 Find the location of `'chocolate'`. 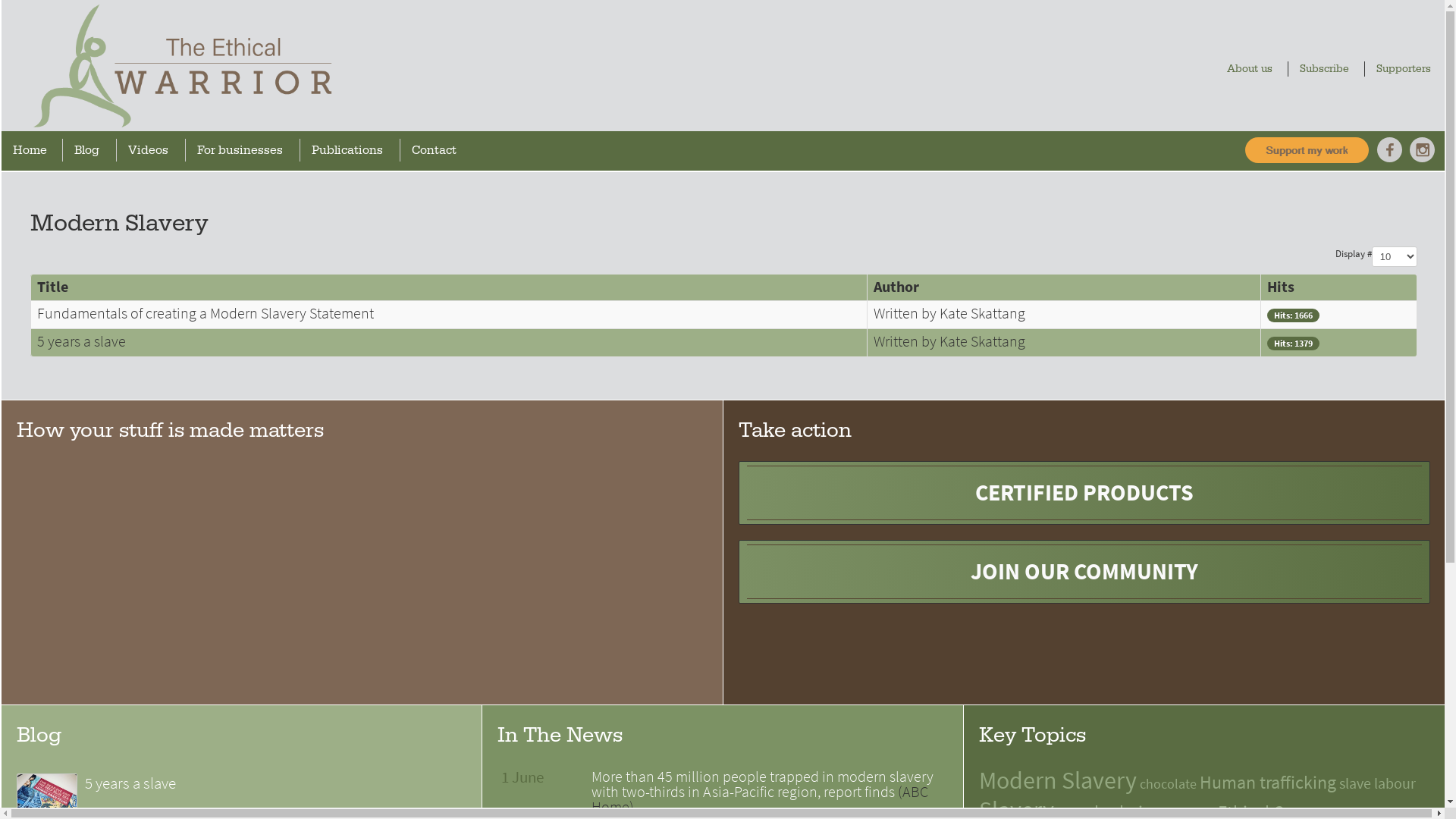

'chocolate' is located at coordinates (1167, 783).